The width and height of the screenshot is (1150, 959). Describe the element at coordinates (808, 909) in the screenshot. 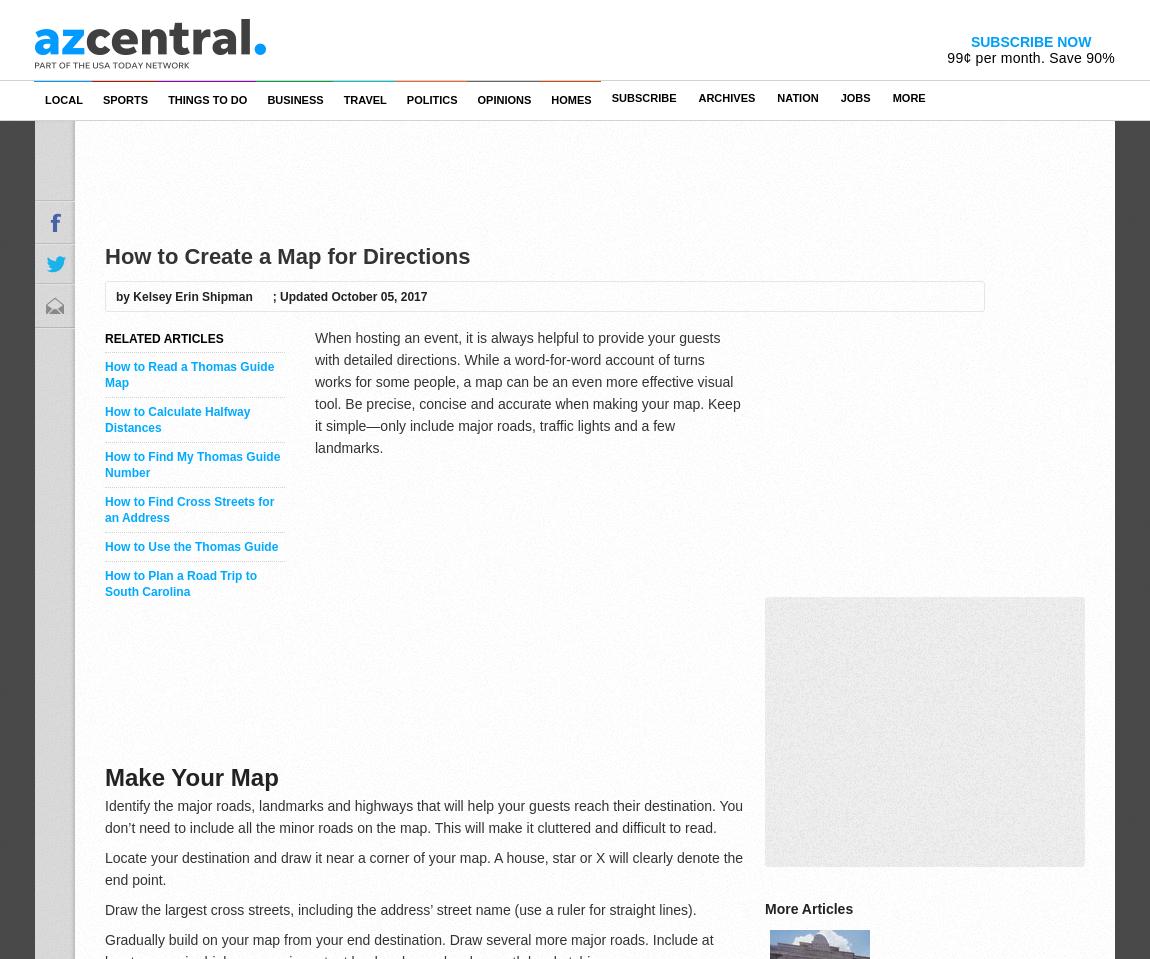

I see `'More Articles'` at that location.